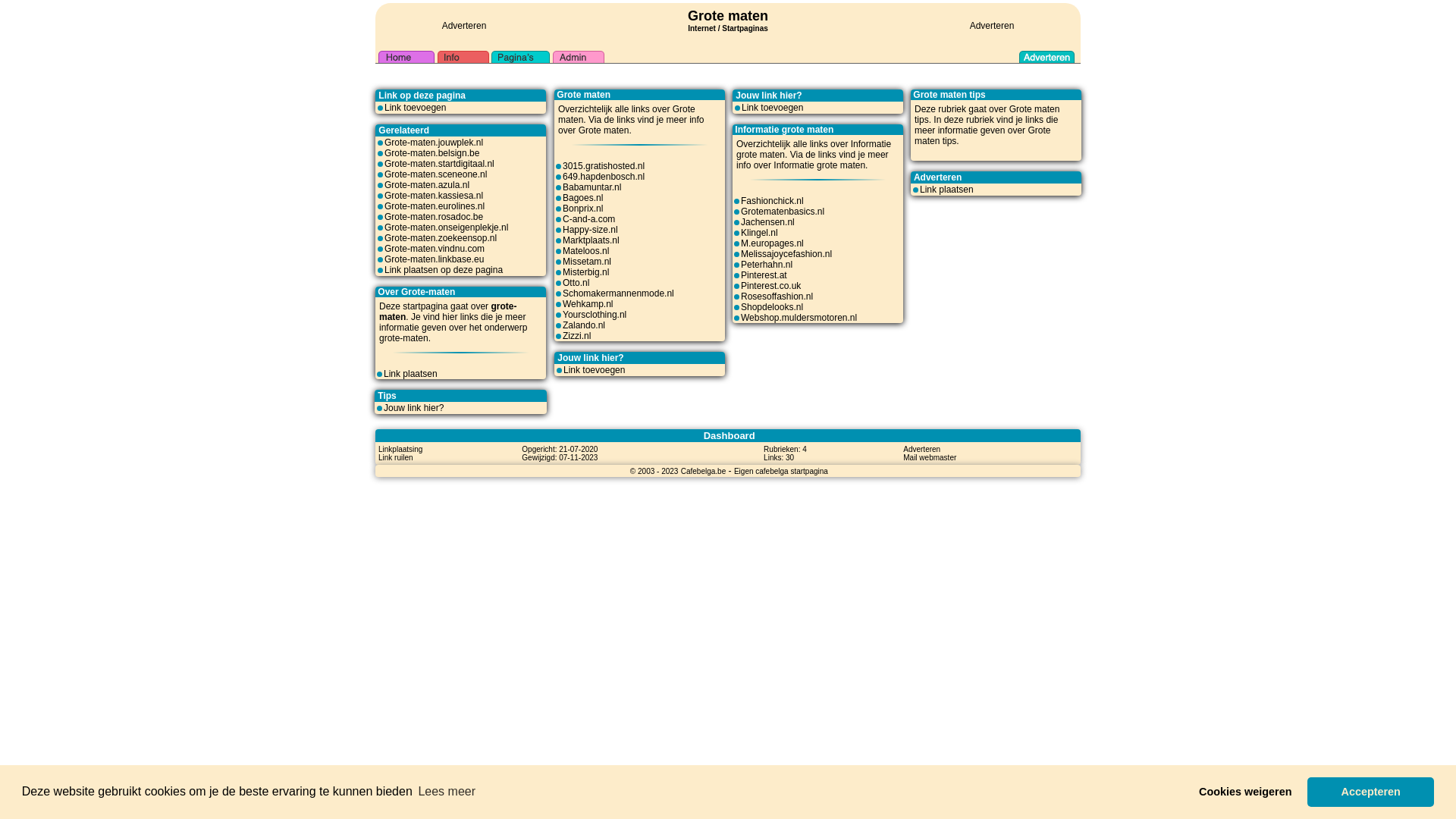 The height and width of the screenshot is (819, 1456). What do you see at coordinates (582, 197) in the screenshot?
I see `'Bagoes.nl'` at bounding box center [582, 197].